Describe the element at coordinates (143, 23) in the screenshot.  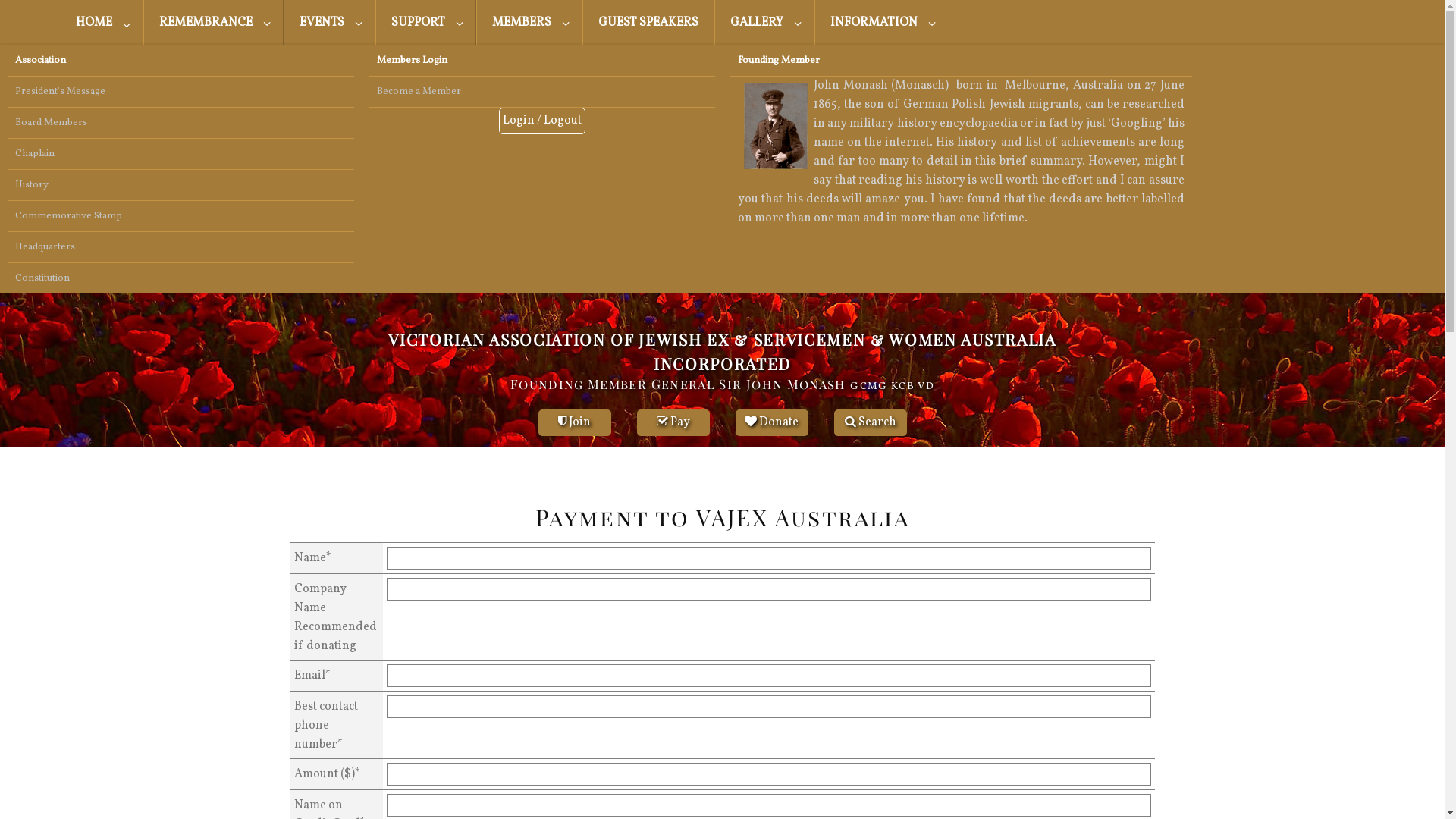
I see `'REMEMBRANCE'` at that location.